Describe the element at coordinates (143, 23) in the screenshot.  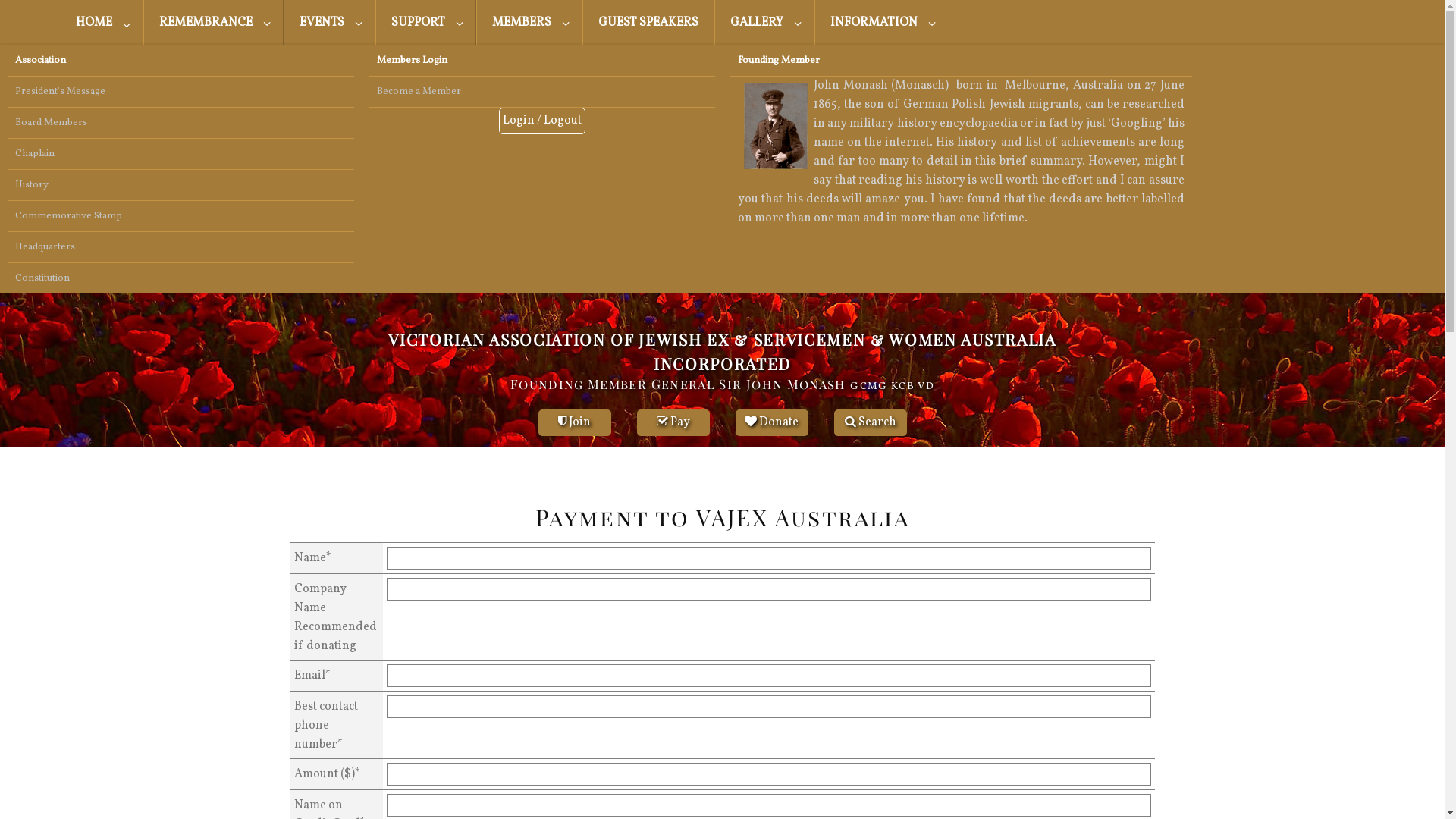
I see `'REMEMBRANCE'` at that location.